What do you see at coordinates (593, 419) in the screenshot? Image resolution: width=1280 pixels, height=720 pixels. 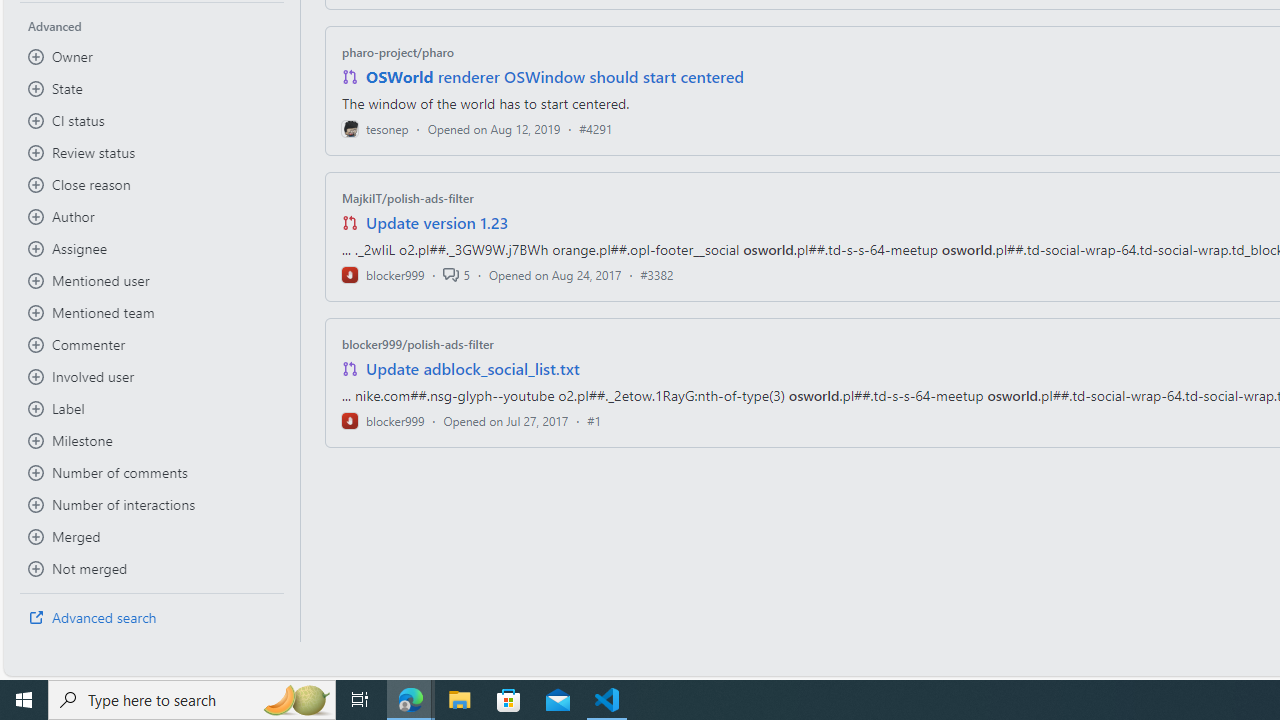 I see `'#1'` at bounding box center [593, 419].